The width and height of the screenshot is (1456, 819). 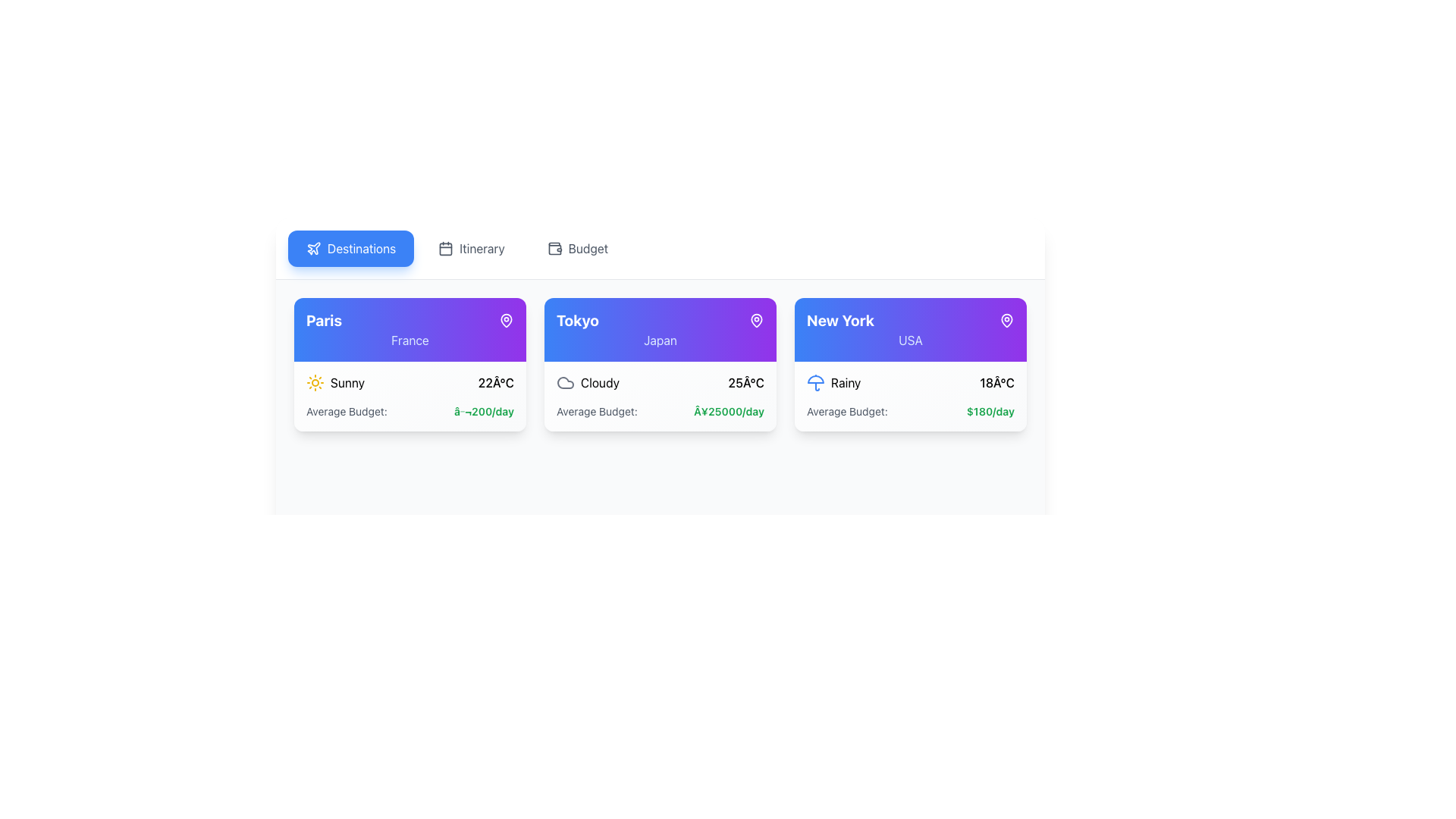 What do you see at coordinates (312, 247) in the screenshot?
I see `the 'Destinations' icon located to the left of the text 'Destinations' in the menu layout` at bounding box center [312, 247].